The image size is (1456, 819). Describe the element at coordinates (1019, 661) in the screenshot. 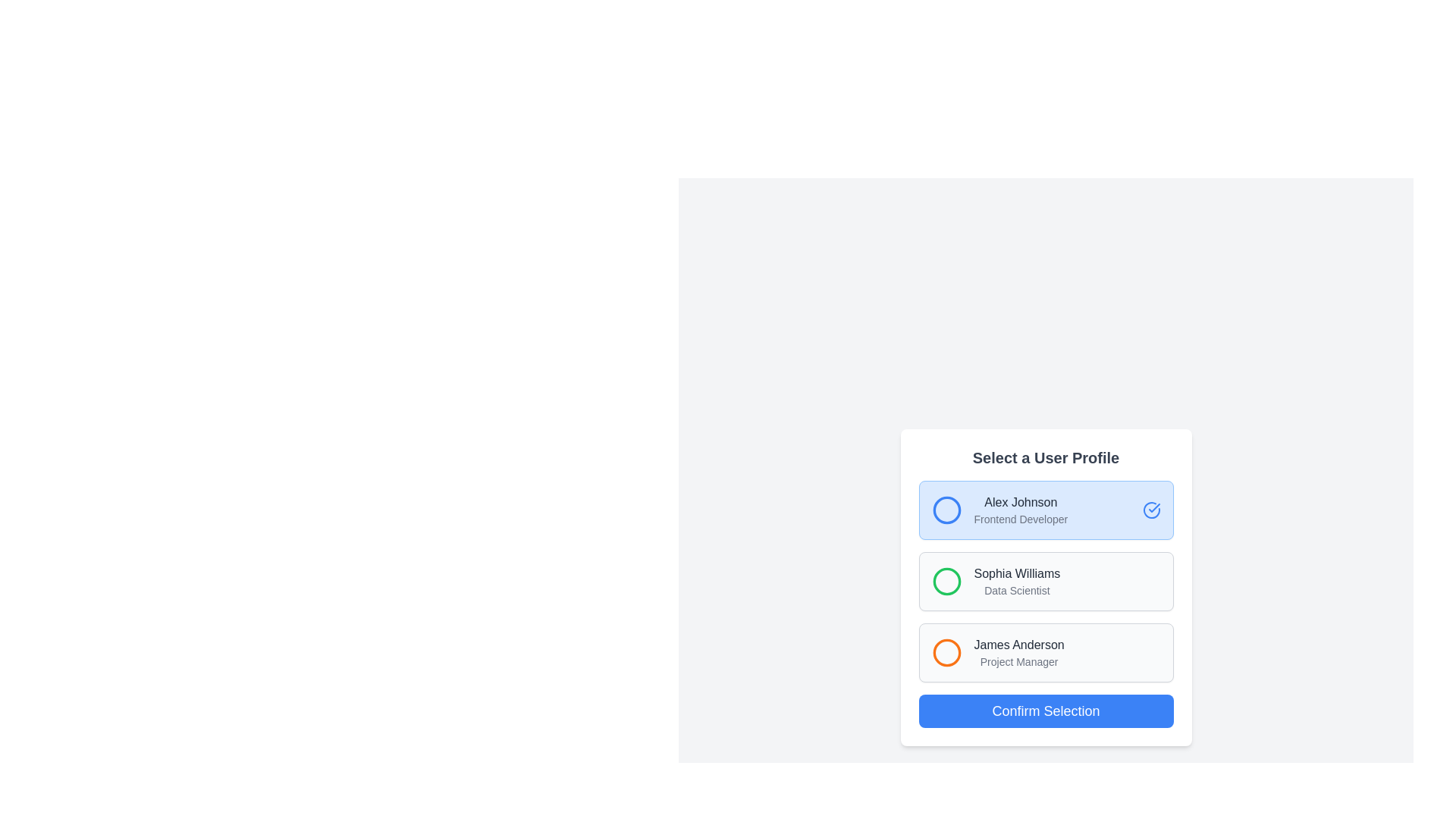

I see `descriptive subtitle text label below the name 'James Anderson' in the third profile card of the user profile selection list` at that location.